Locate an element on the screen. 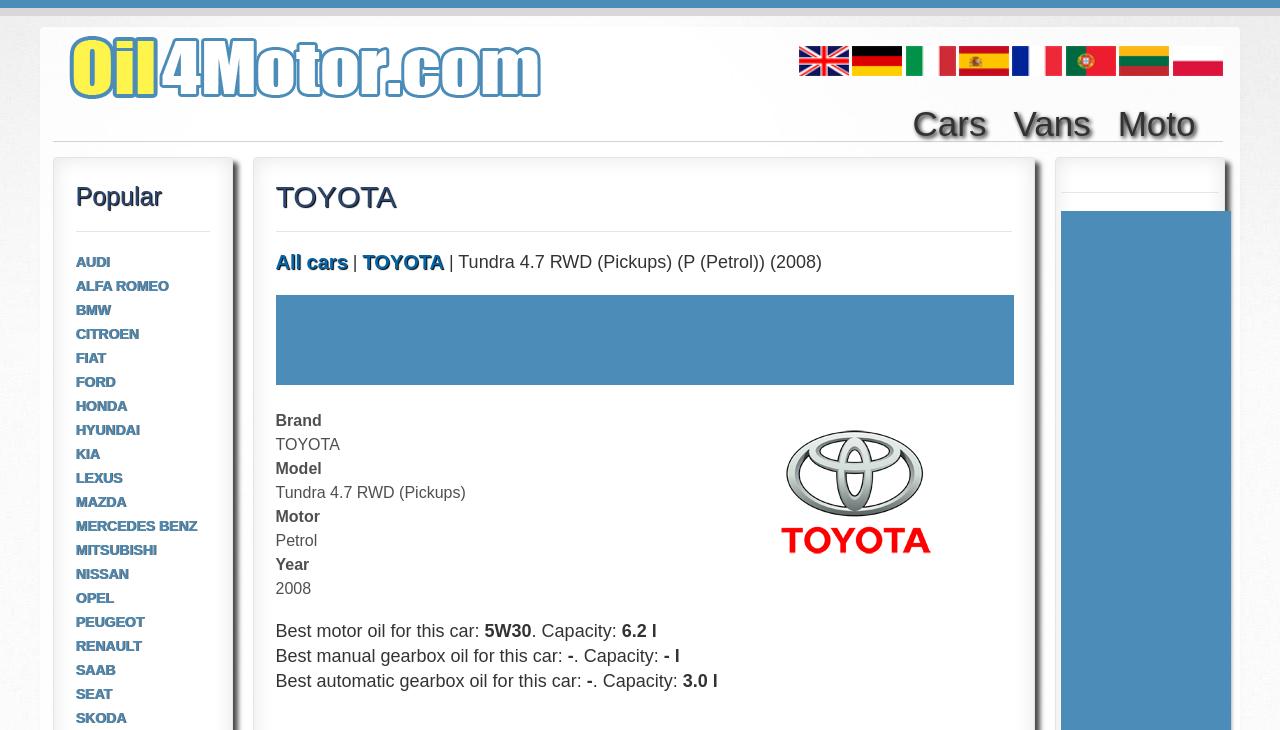  'Tundra 4.7 RWD (Pickups)' is located at coordinates (273, 491).